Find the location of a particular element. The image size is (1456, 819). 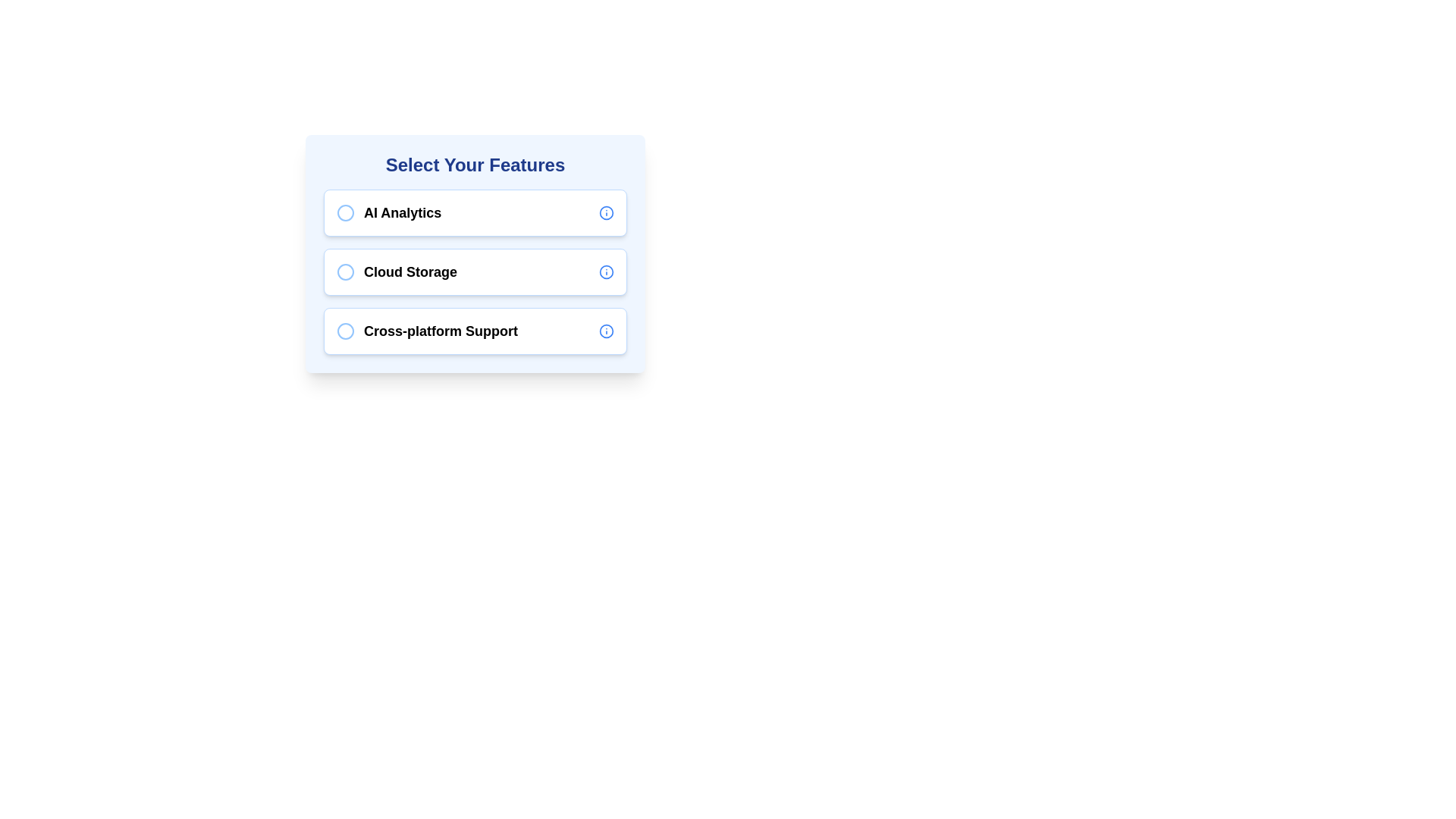

the visual state of the circular icon with a blue outline located to the left of the 'AI Analytics' label is located at coordinates (345, 213).